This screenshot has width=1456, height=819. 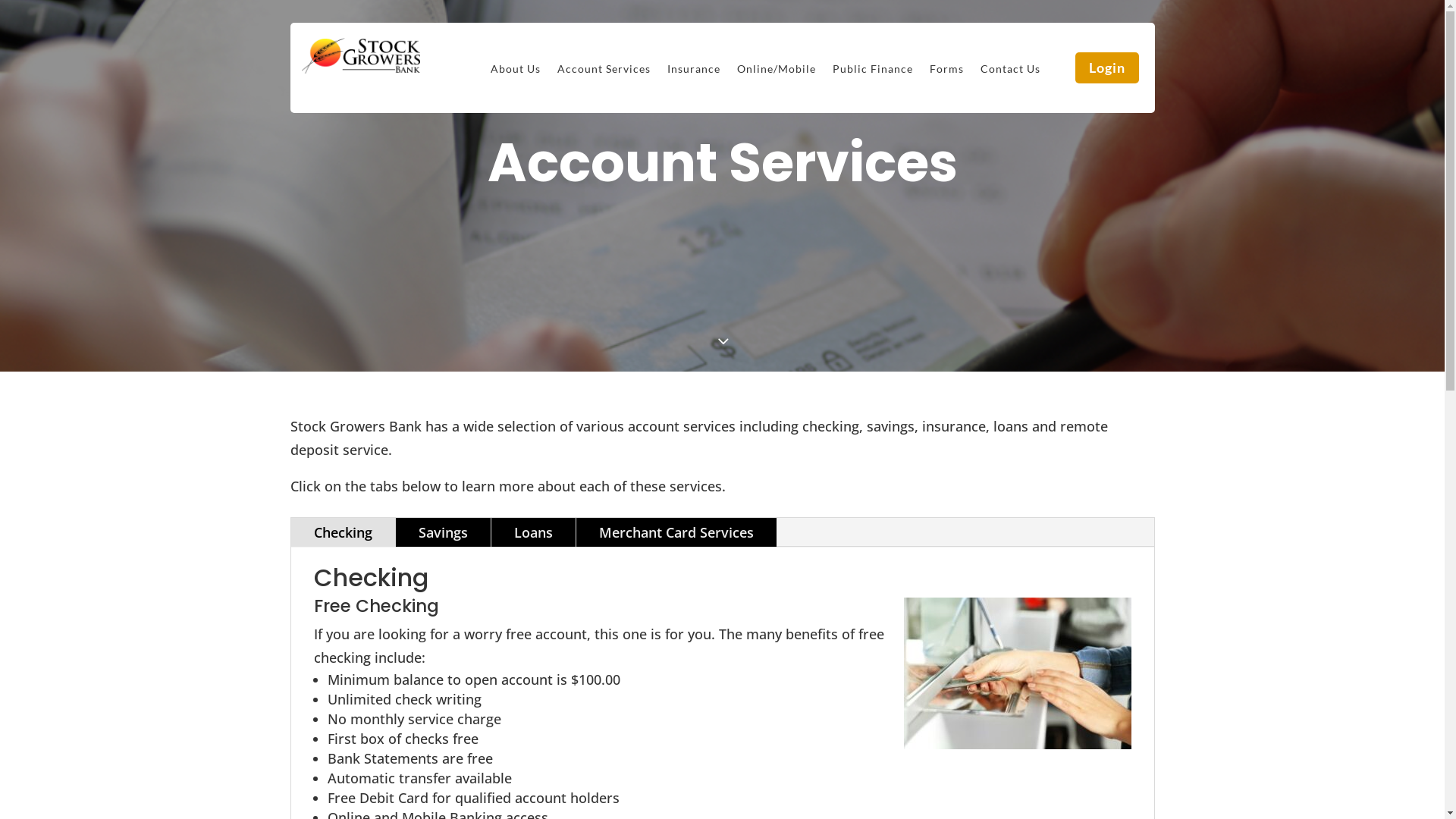 What do you see at coordinates (1074, 67) in the screenshot?
I see `'Login'` at bounding box center [1074, 67].